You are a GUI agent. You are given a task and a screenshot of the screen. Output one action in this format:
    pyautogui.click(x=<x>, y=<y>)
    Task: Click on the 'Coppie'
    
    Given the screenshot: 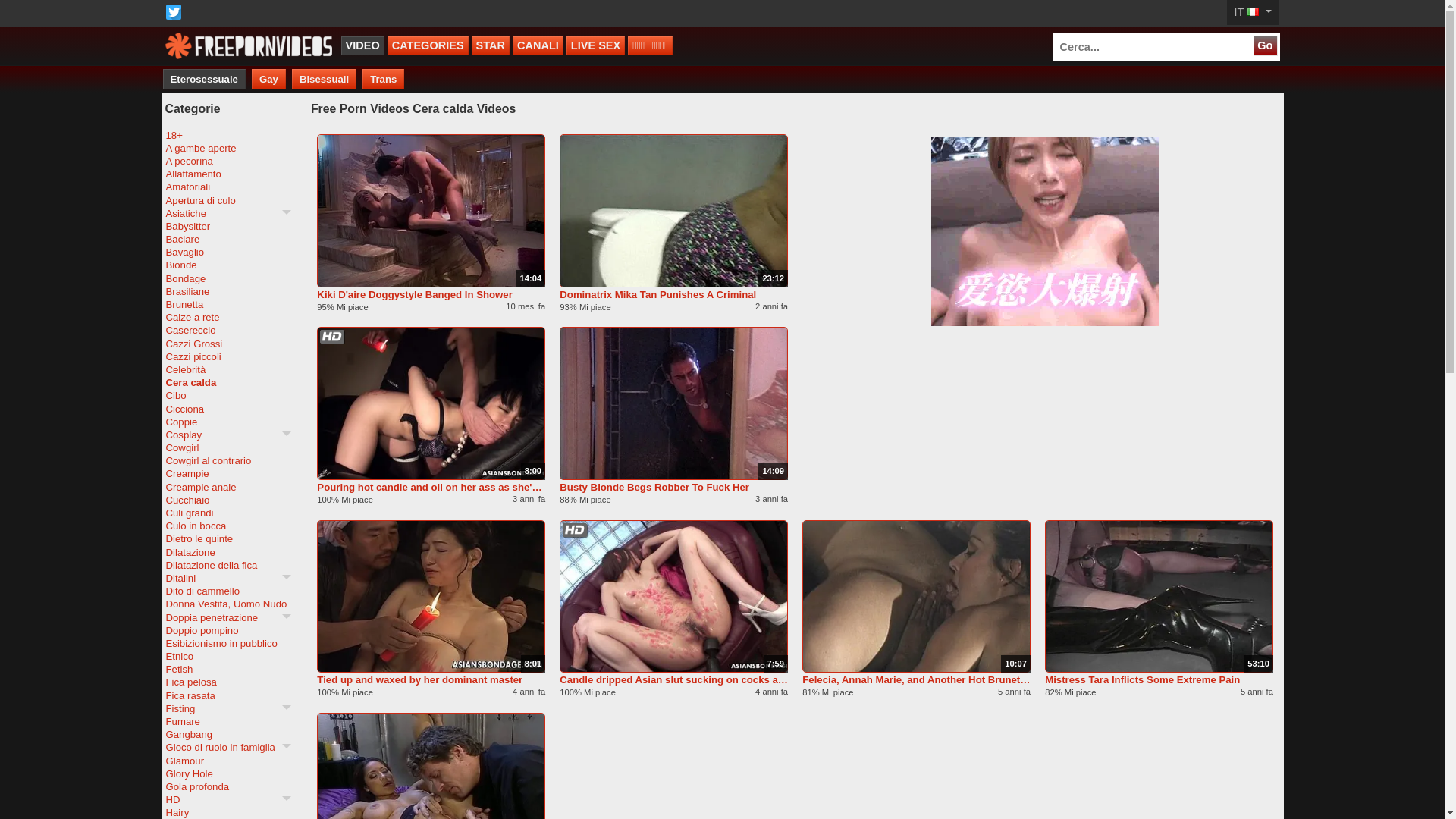 What is the action you would take?
    pyautogui.click(x=227, y=422)
    